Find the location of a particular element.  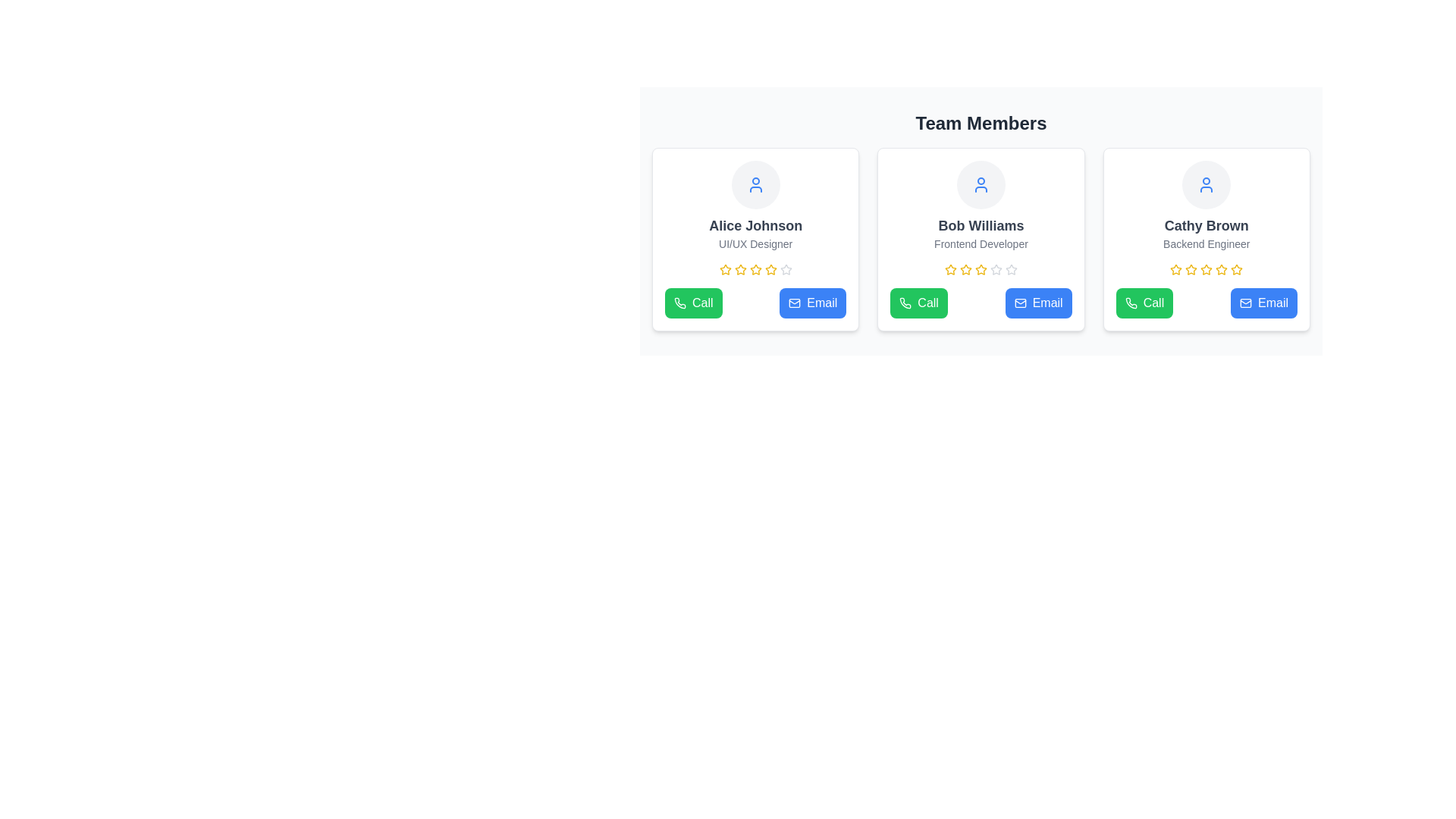

the Profile Icon representing 'Alice Johnson' located in the first card of the team member list is located at coordinates (755, 184).